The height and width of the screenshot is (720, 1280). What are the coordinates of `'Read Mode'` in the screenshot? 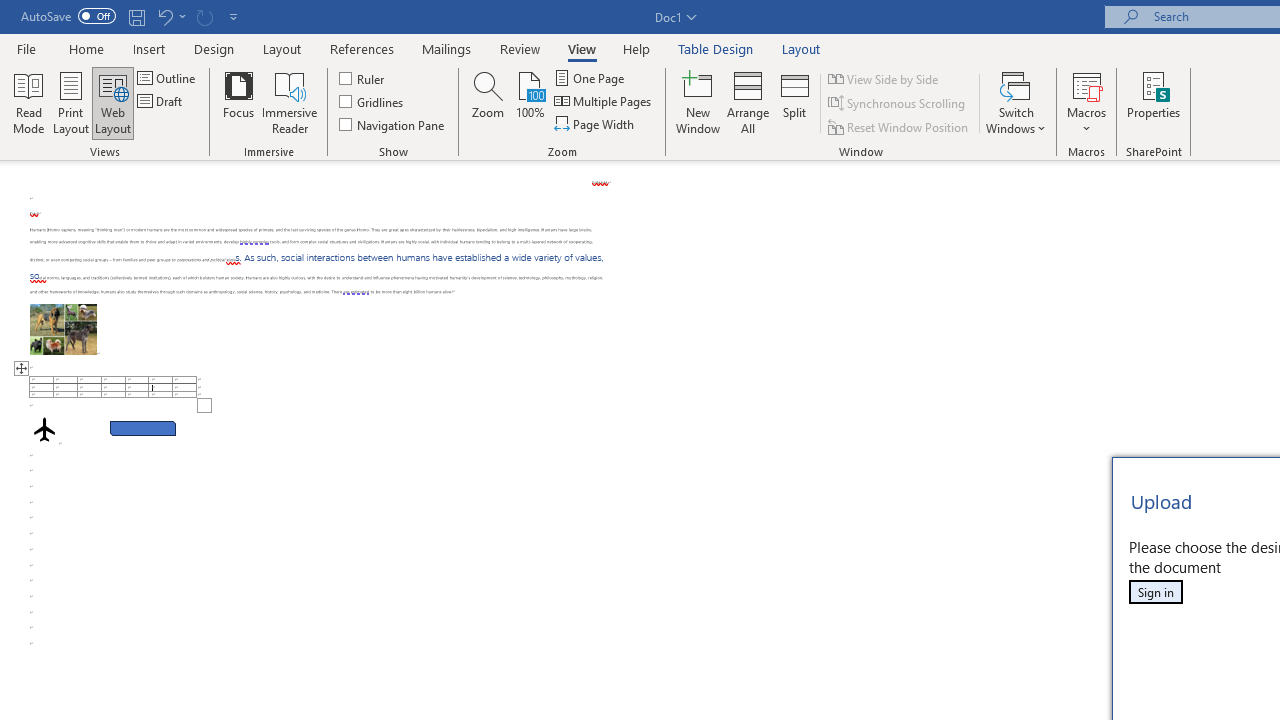 It's located at (28, 103).